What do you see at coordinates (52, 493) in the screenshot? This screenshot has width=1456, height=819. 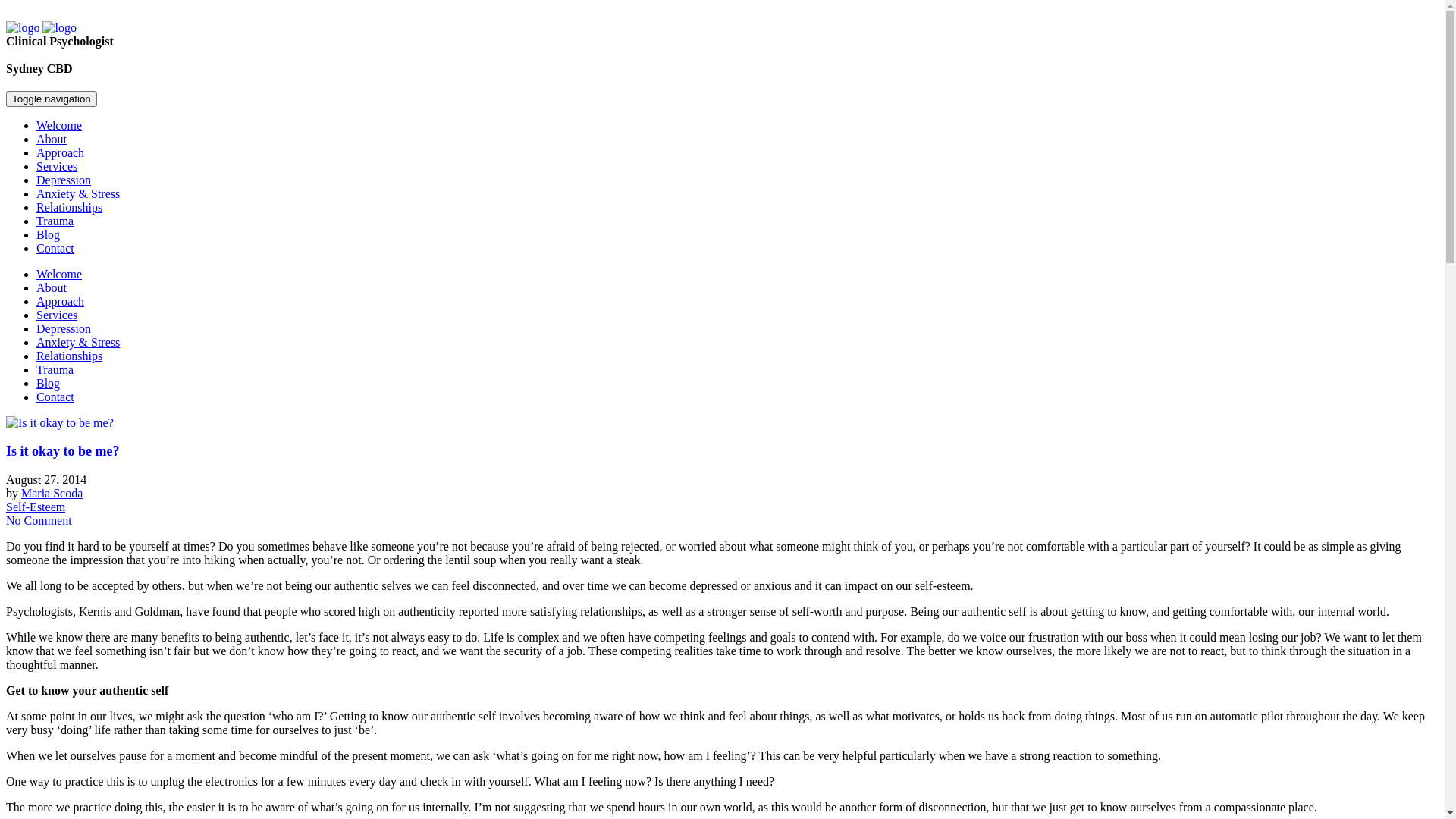 I see `'Maria Scoda'` at bounding box center [52, 493].